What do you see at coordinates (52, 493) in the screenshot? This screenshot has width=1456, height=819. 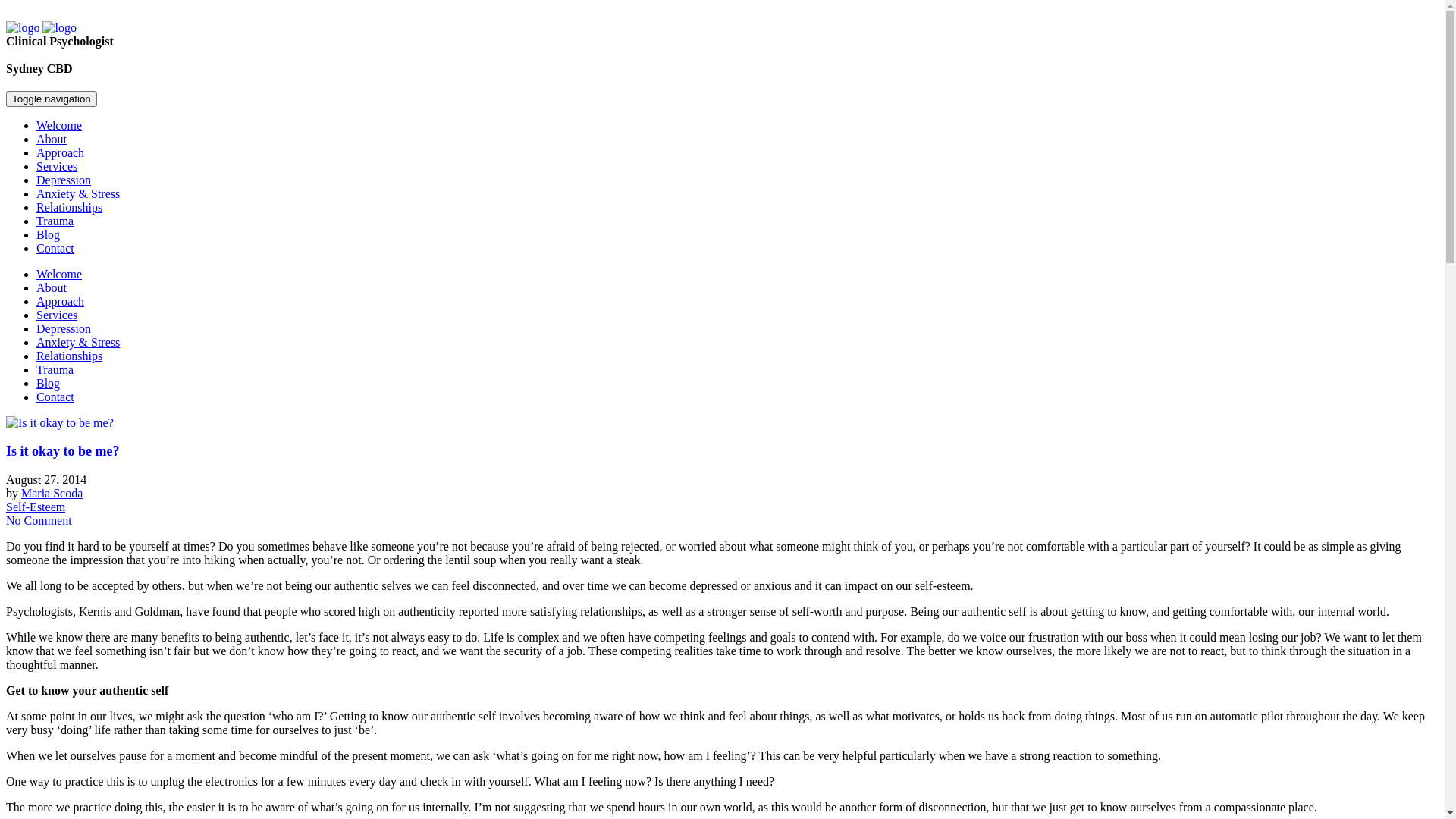 I see `'Maria Scoda'` at bounding box center [52, 493].